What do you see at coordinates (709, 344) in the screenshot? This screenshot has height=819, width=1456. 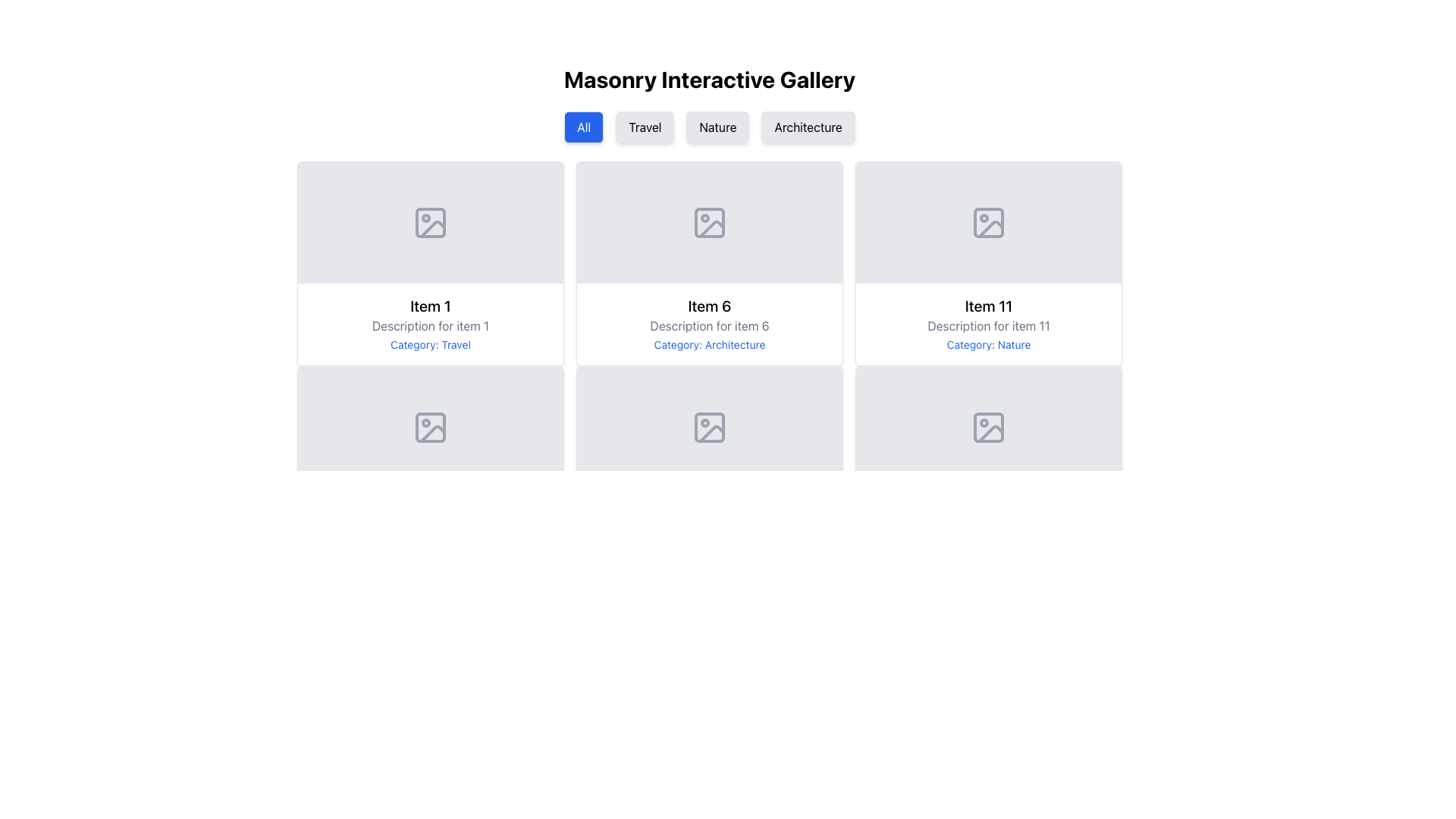 I see `the text label displaying 'Category: Architecture', which is styled in blue and located at the bottom of the 'Item 6' card` at bounding box center [709, 344].